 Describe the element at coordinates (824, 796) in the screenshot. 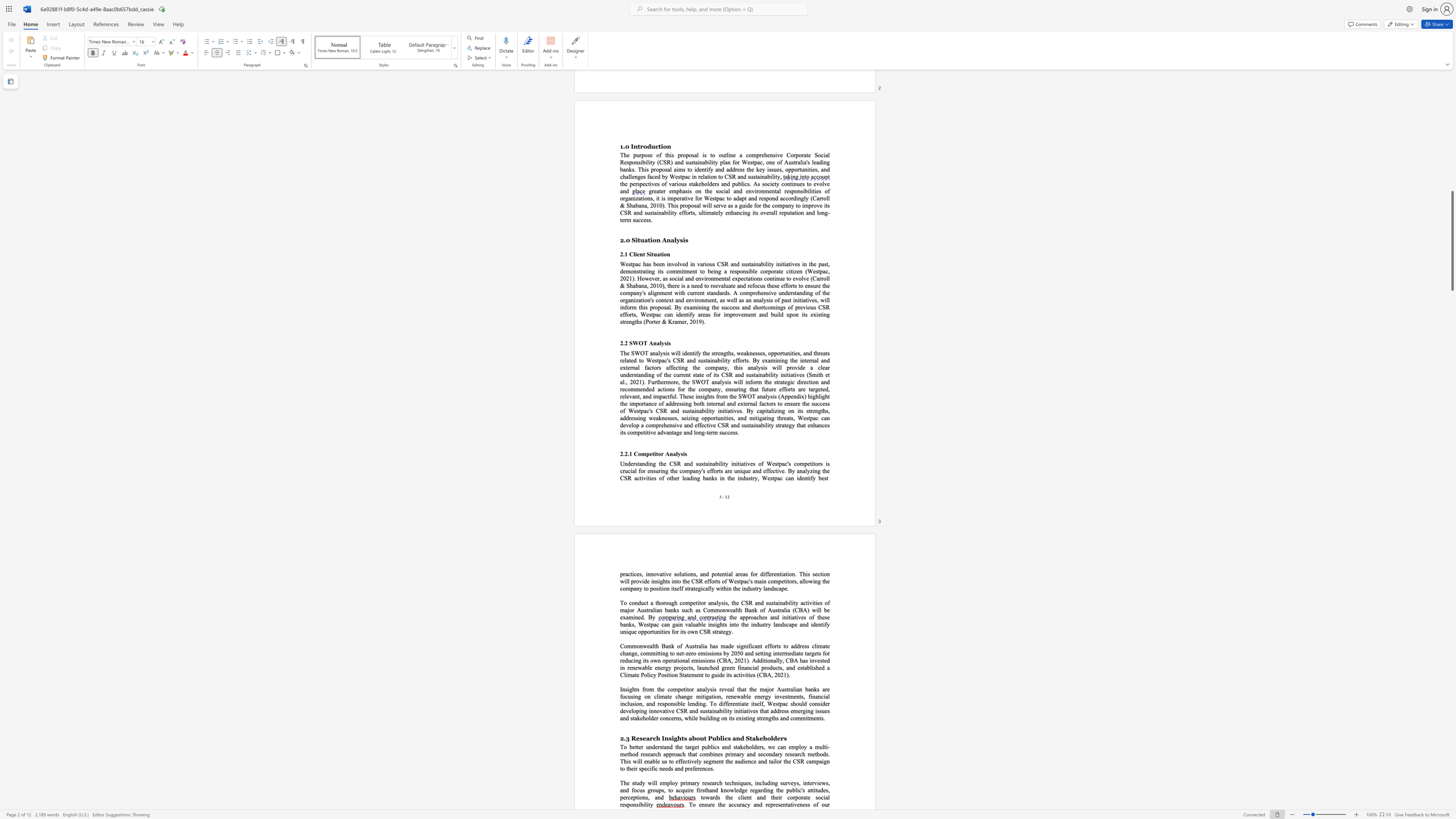

I see `the 3th character "i" in the text` at that location.